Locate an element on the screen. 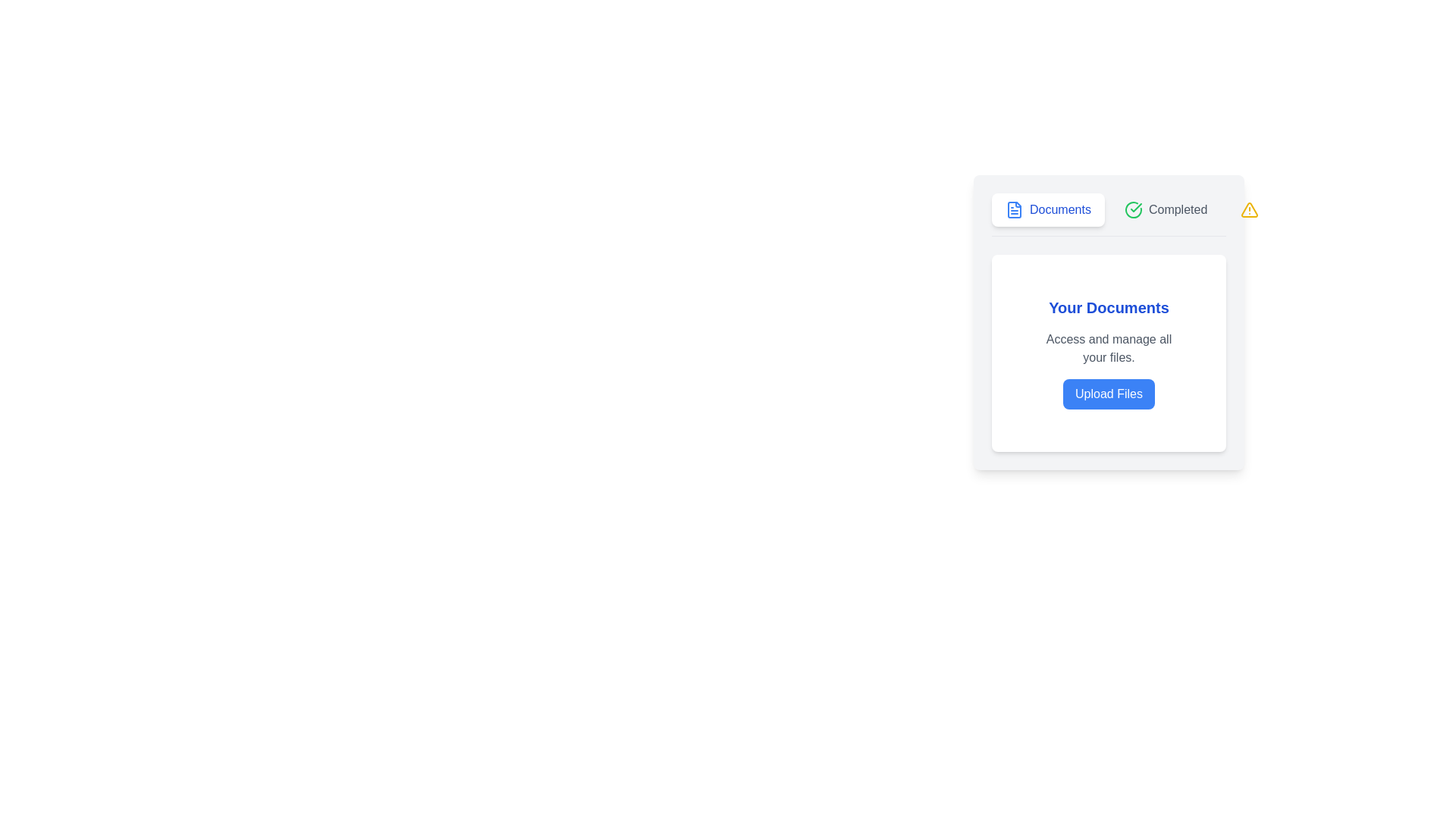  the 'Alerts' button, which is the third item in the horizontal menu bar is located at coordinates (1268, 210).